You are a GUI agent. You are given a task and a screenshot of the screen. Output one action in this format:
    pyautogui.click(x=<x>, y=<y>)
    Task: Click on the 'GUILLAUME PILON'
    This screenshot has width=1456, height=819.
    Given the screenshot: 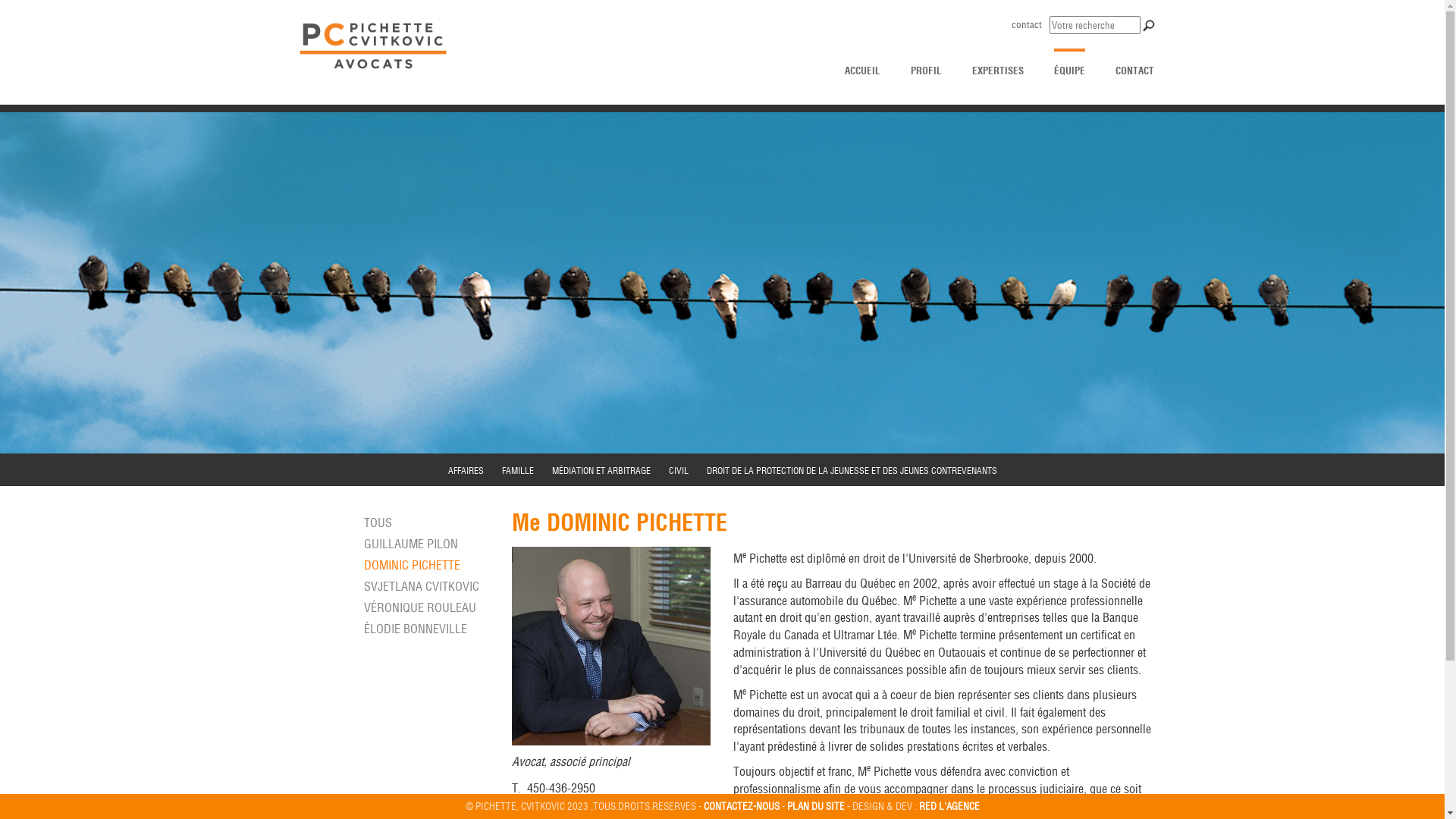 What is the action you would take?
    pyautogui.click(x=411, y=543)
    